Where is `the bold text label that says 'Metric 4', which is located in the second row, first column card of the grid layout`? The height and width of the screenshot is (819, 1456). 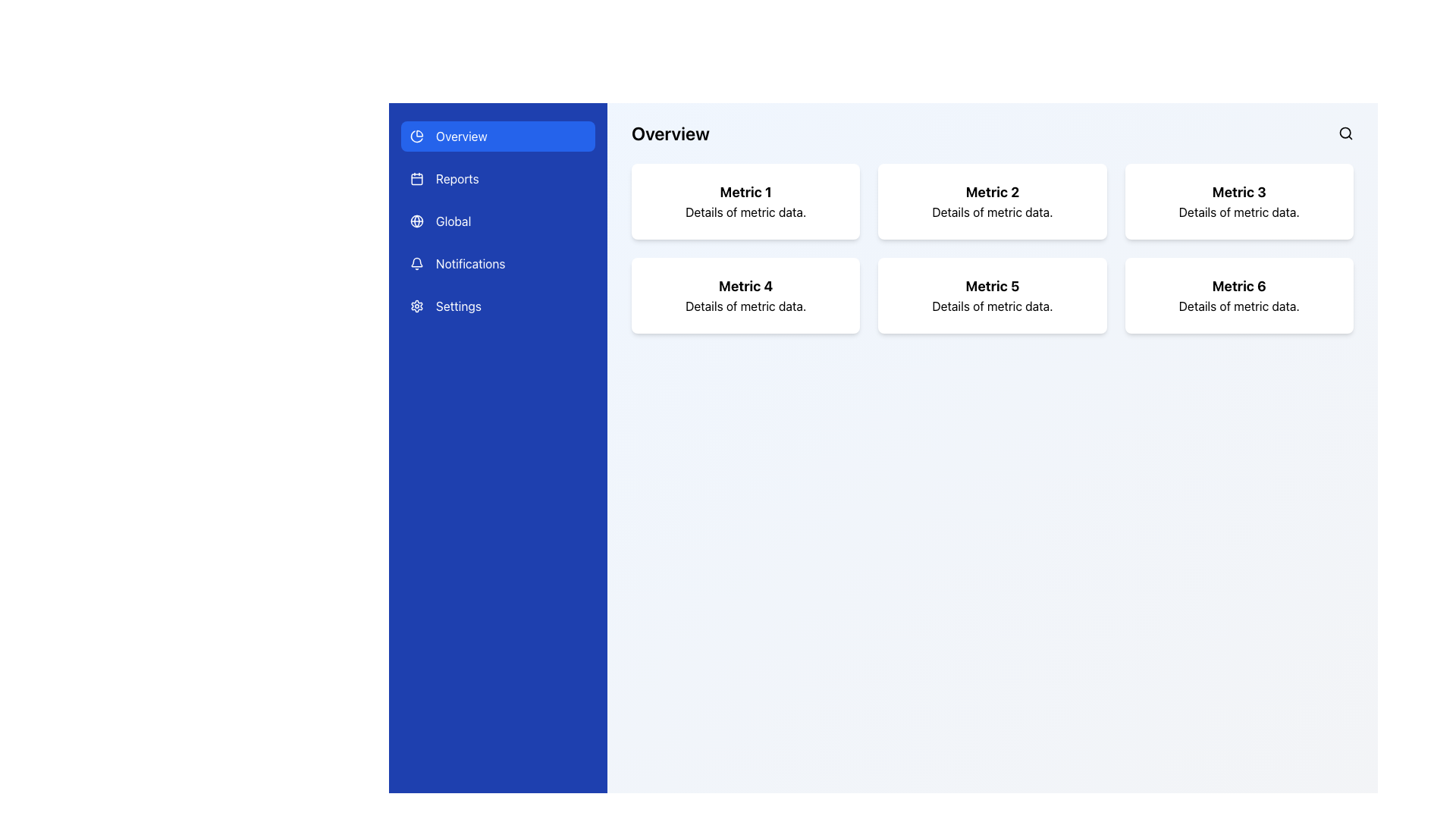
the bold text label that says 'Metric 4', which is located in the second row, first column card of the grid layout is located at coordinates (745, 287).